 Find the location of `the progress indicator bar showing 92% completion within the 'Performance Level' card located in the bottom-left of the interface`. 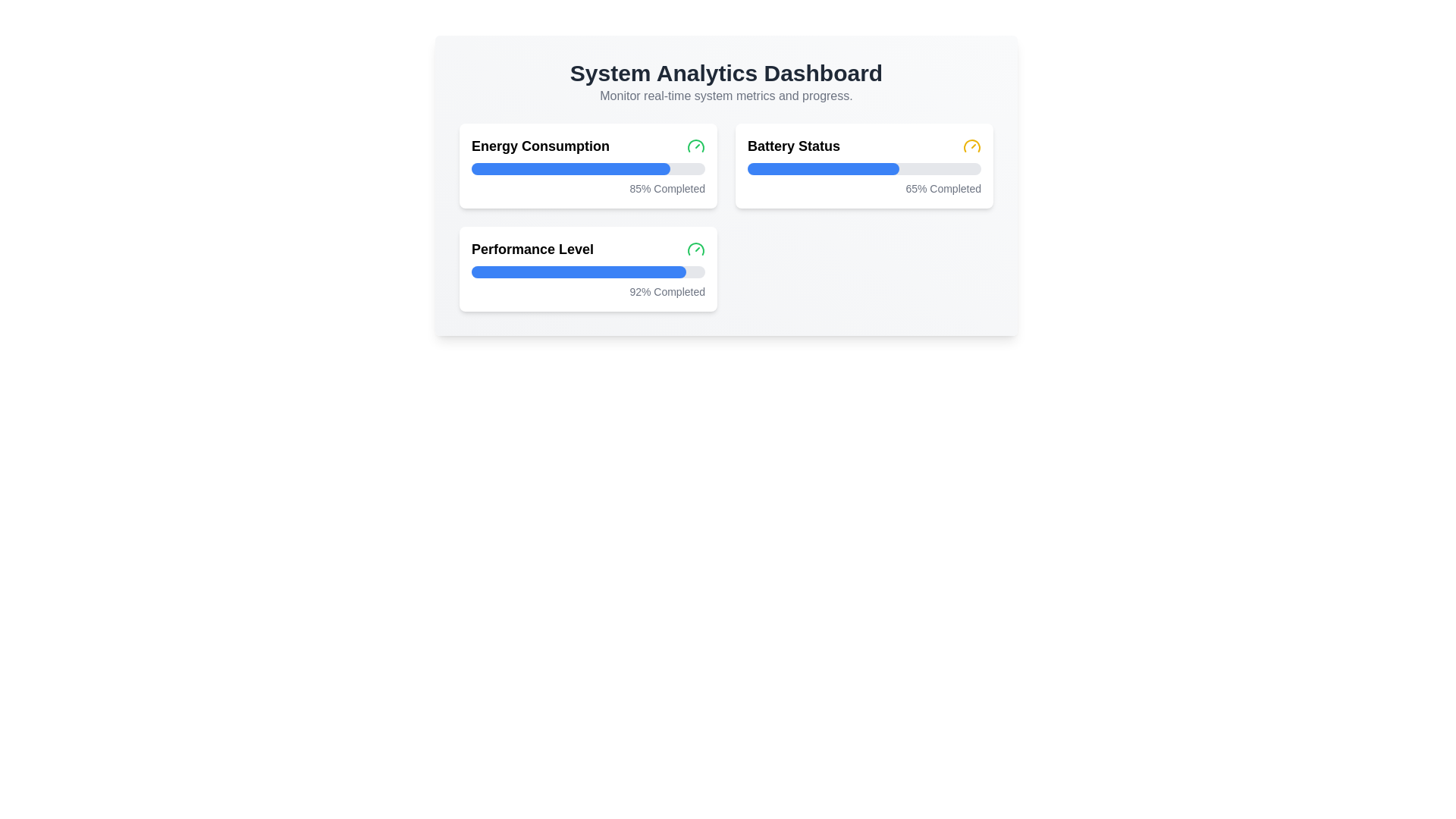

the progress indicator bar showing 92% completion within the 'Performance Level' card located in the bottom-left of the interface is located at coordinates (578, 271).